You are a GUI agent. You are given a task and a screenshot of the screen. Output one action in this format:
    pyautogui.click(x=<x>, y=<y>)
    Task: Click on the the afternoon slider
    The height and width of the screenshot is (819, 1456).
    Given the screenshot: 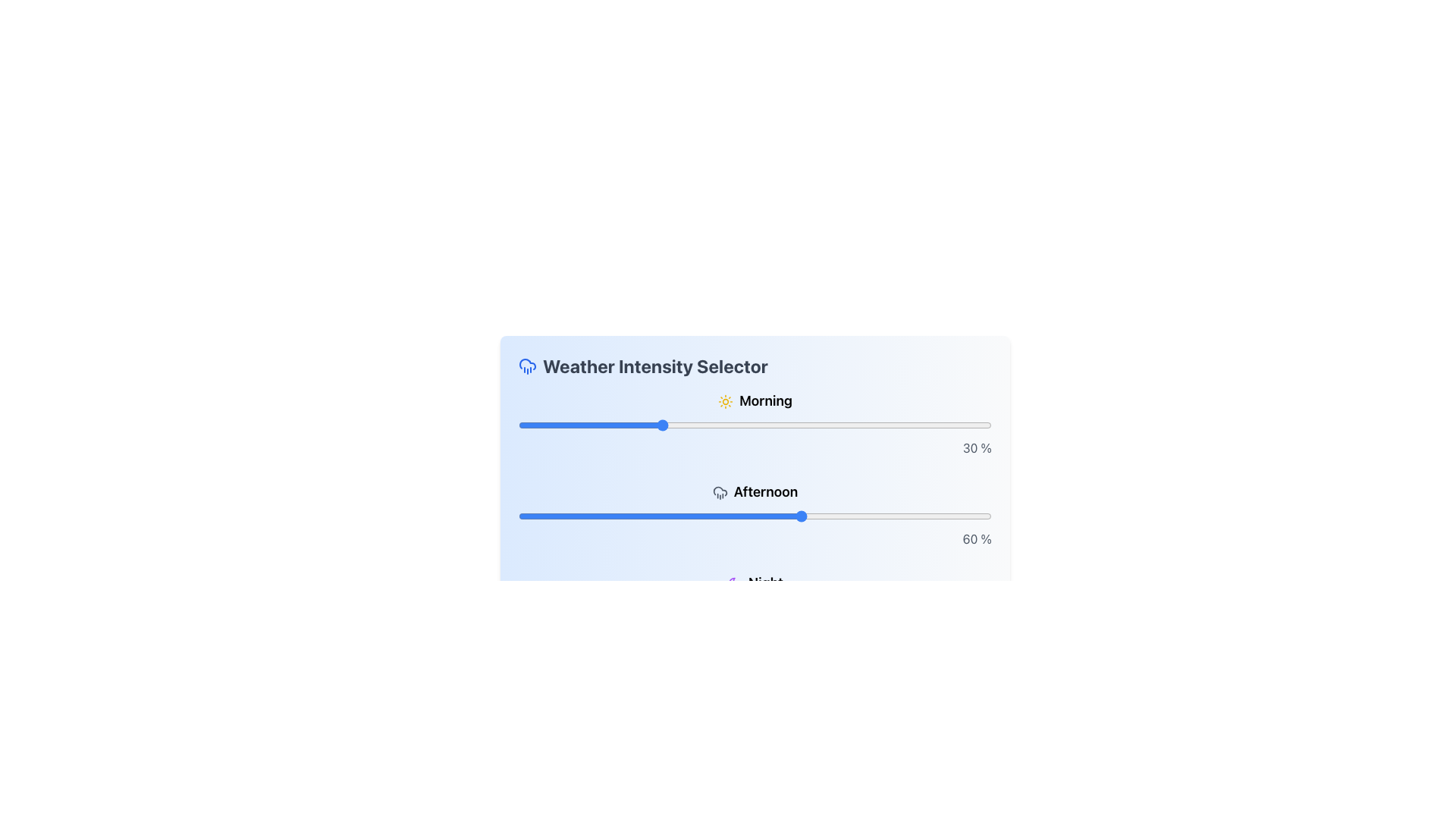 What is the action you would take?
    pyautogui.click(x=929, y=516)
    